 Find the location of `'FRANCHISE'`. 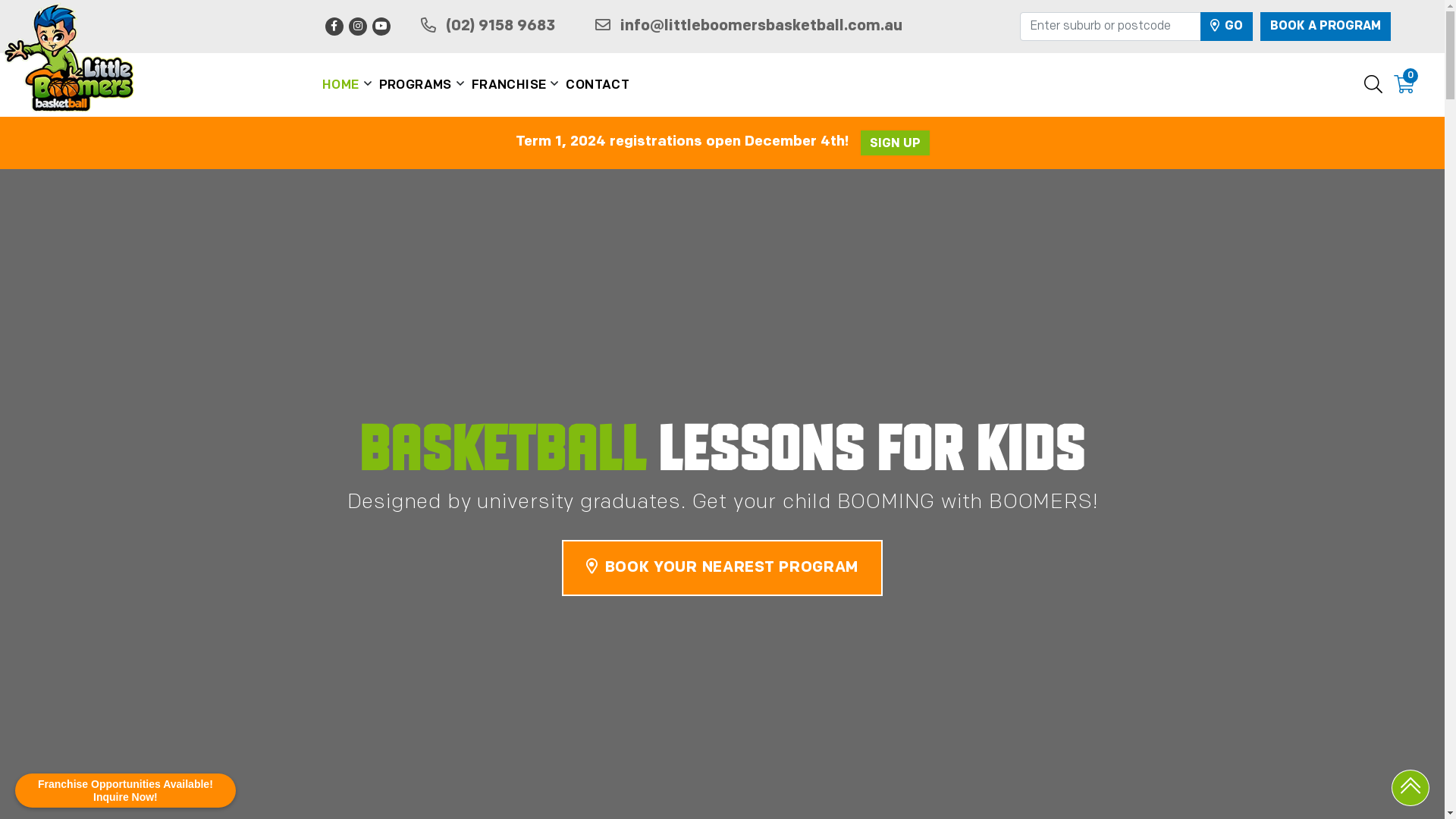

'FRANCHISE' is located at coordinates (509, 85).